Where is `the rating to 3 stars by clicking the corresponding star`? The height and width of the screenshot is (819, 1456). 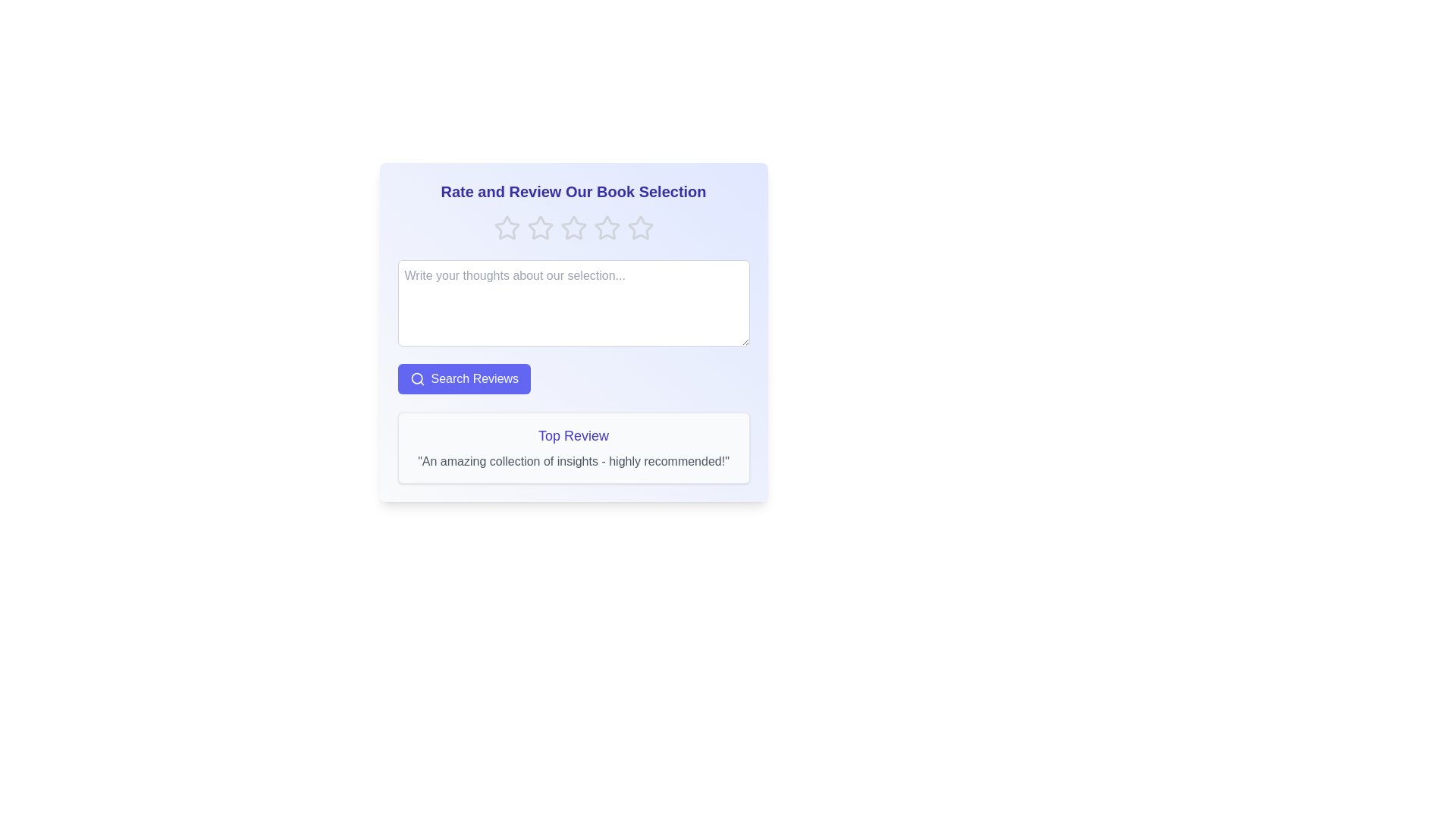 the rating to 3 stars by clicking the corresponding star is located at coordinates (573, 227).